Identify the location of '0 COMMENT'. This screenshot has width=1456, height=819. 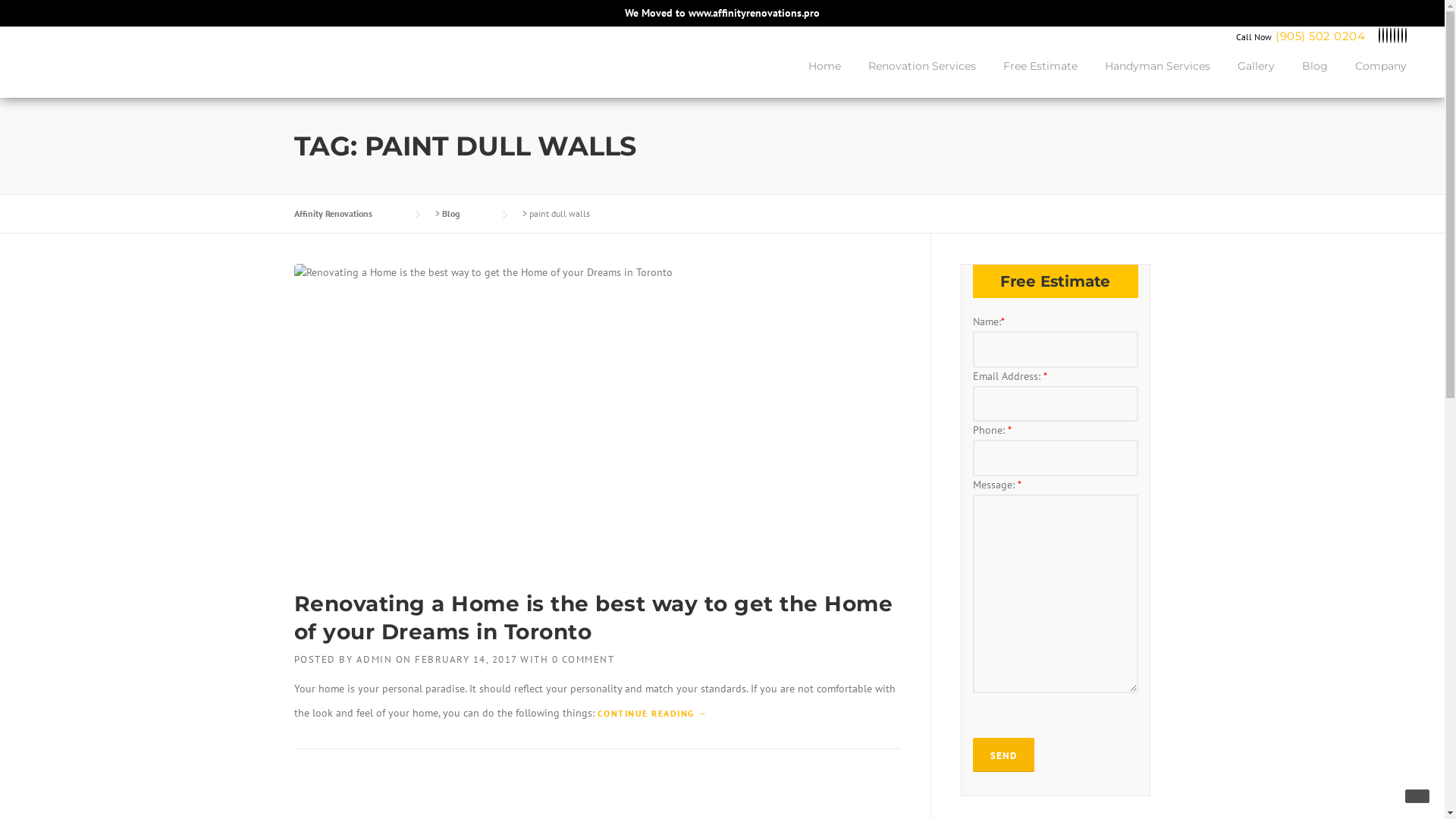
(582, 658).